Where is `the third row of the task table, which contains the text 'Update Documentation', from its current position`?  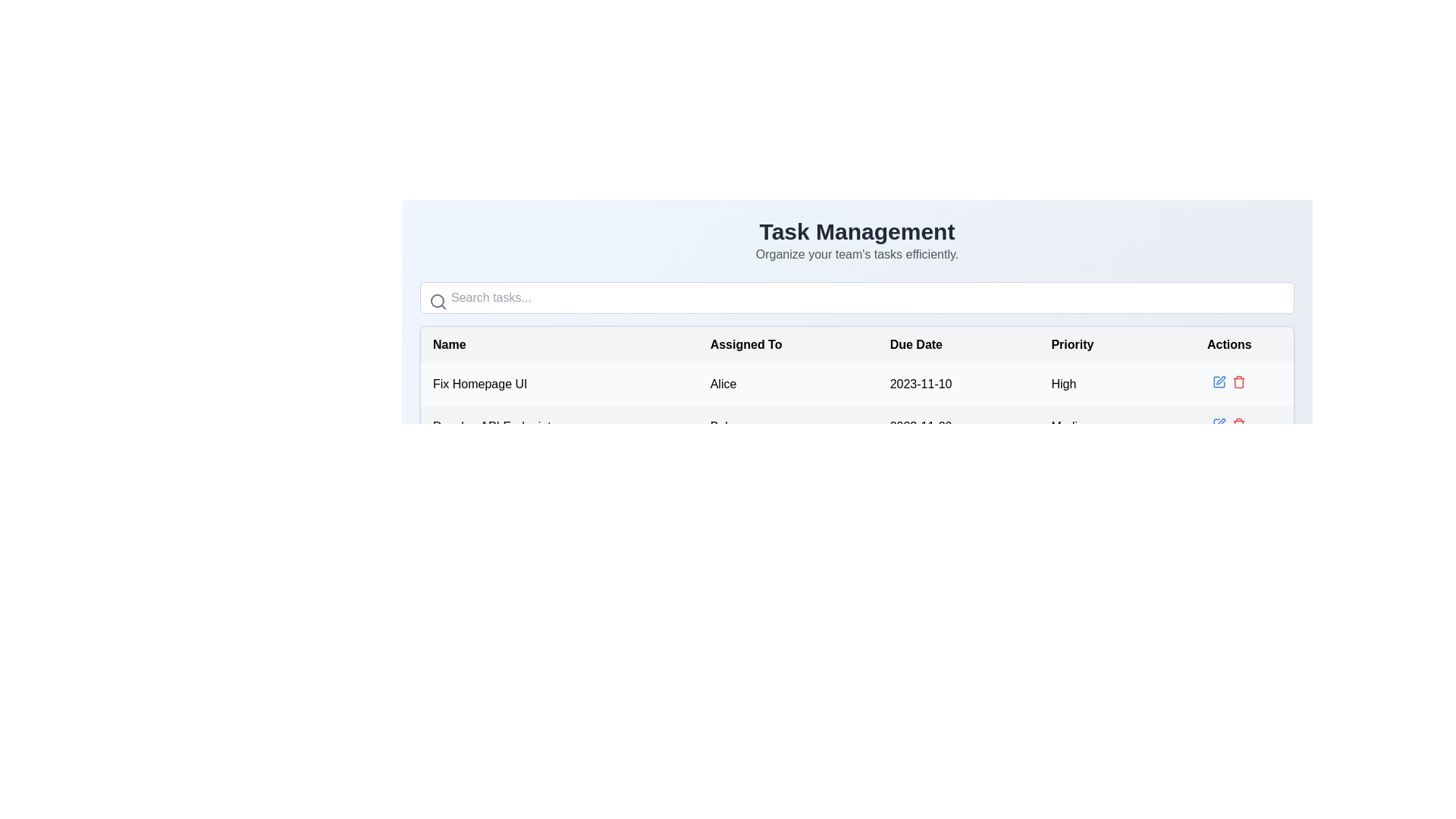
the third row of the task table, which contains the text 'Update Documentation', from its current position is located at coordinates (857, 468).